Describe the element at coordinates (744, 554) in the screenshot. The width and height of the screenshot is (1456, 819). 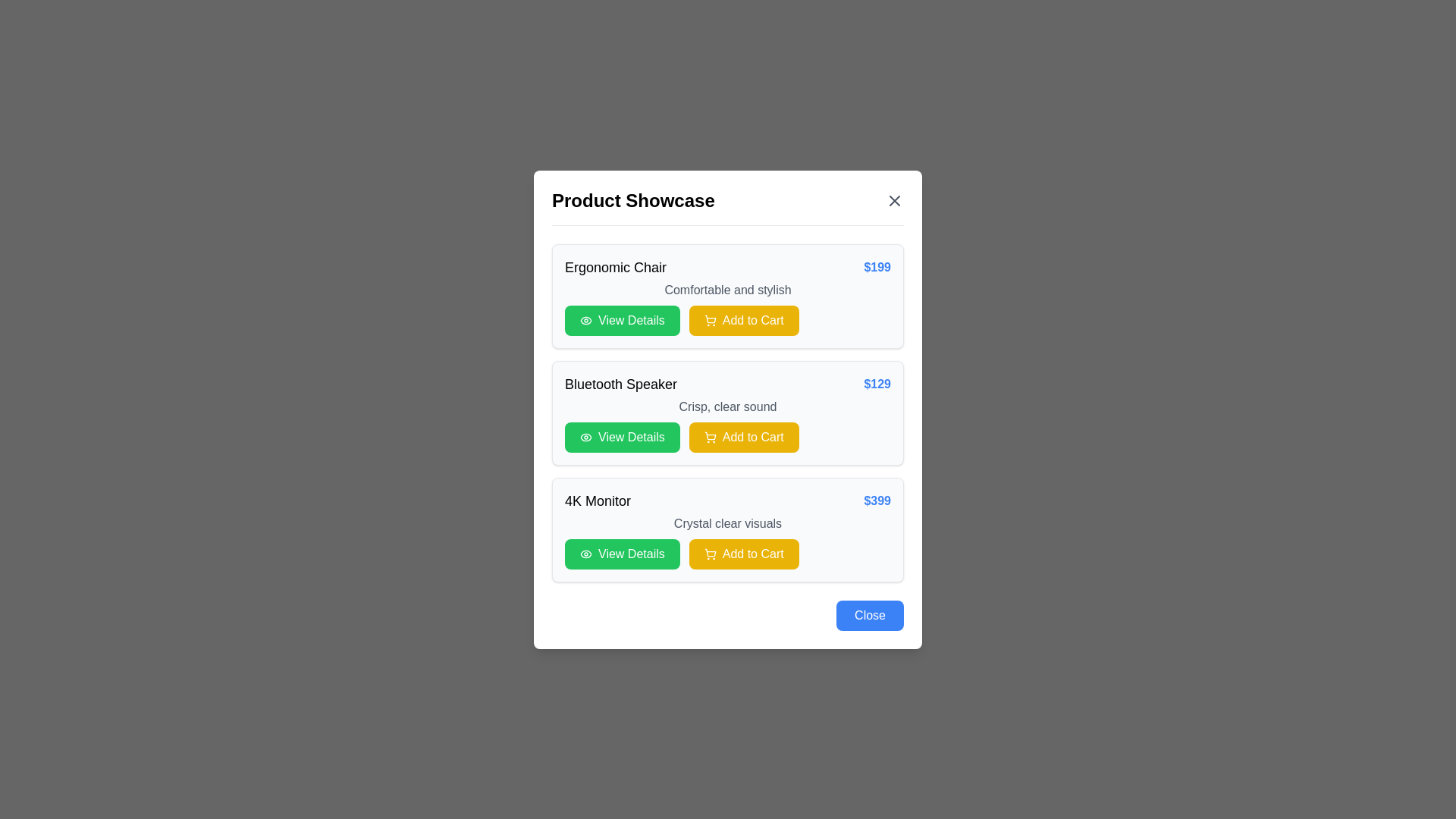
I see `the second interactive button in the product row` at that location.